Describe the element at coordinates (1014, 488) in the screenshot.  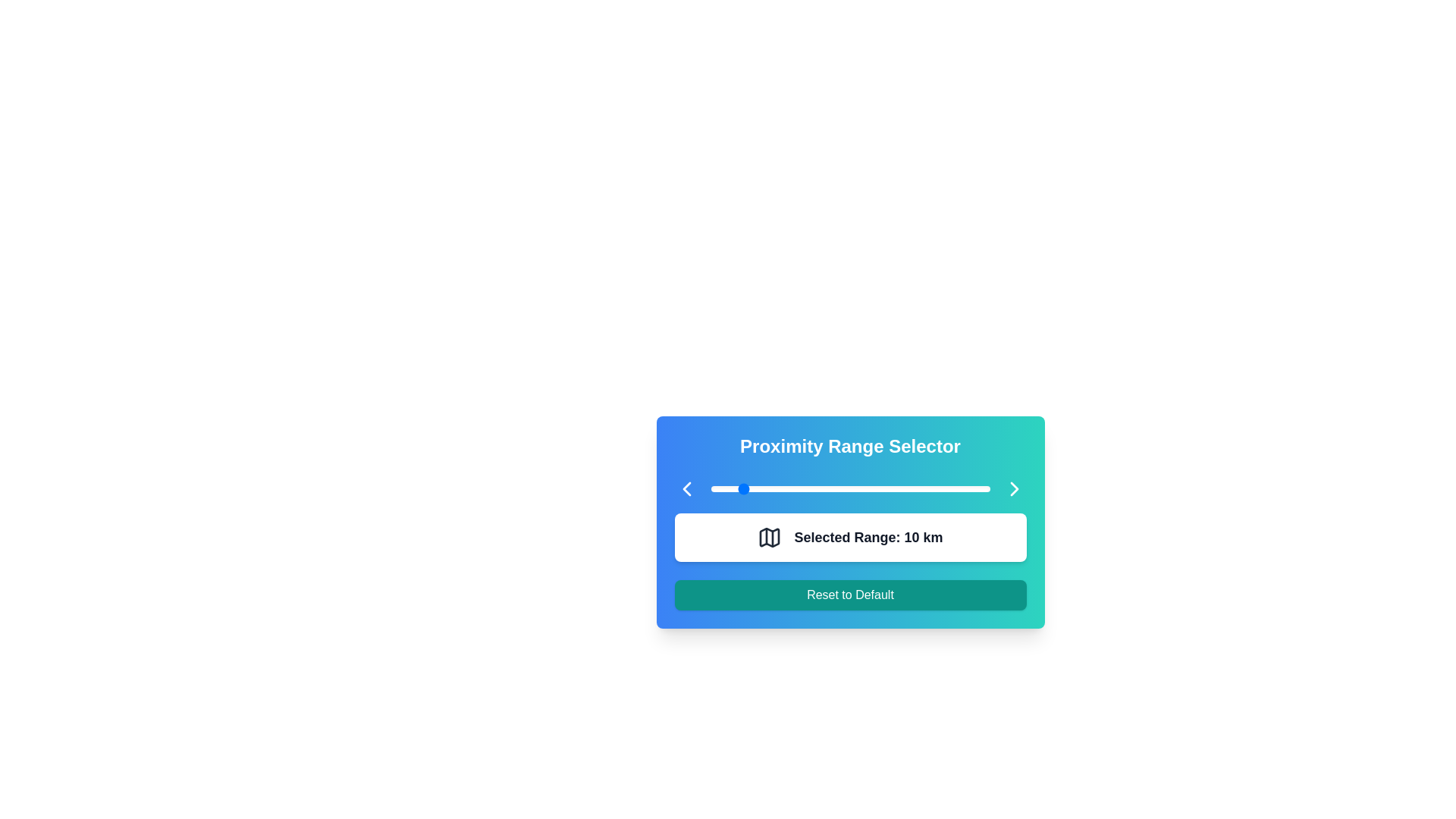
I see `the right-facing chevron icon on the turquoise background within the 'Proximity Range Selector' component` at that location.